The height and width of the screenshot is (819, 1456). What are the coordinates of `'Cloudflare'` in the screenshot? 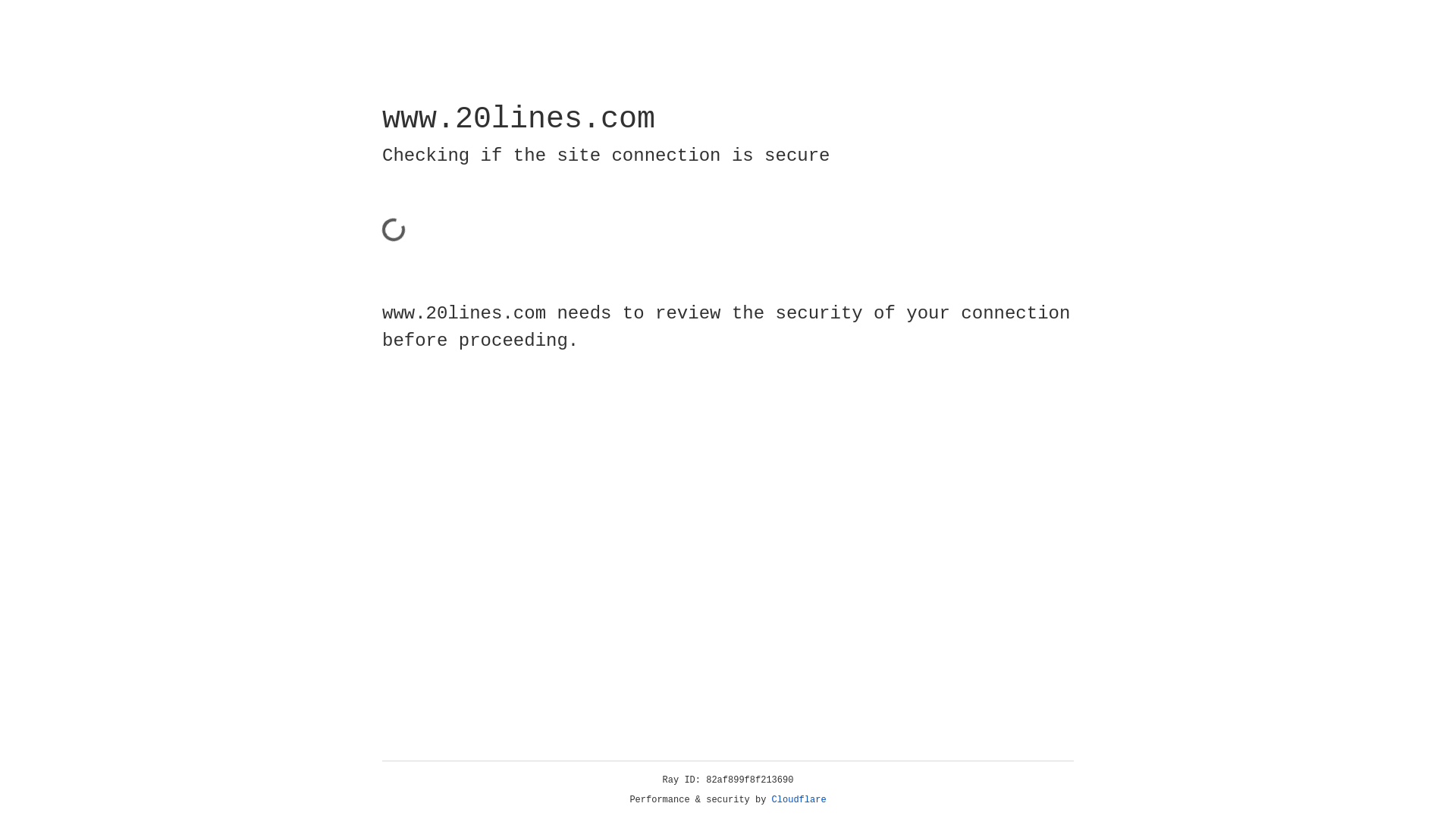 It's located at (799, 799).